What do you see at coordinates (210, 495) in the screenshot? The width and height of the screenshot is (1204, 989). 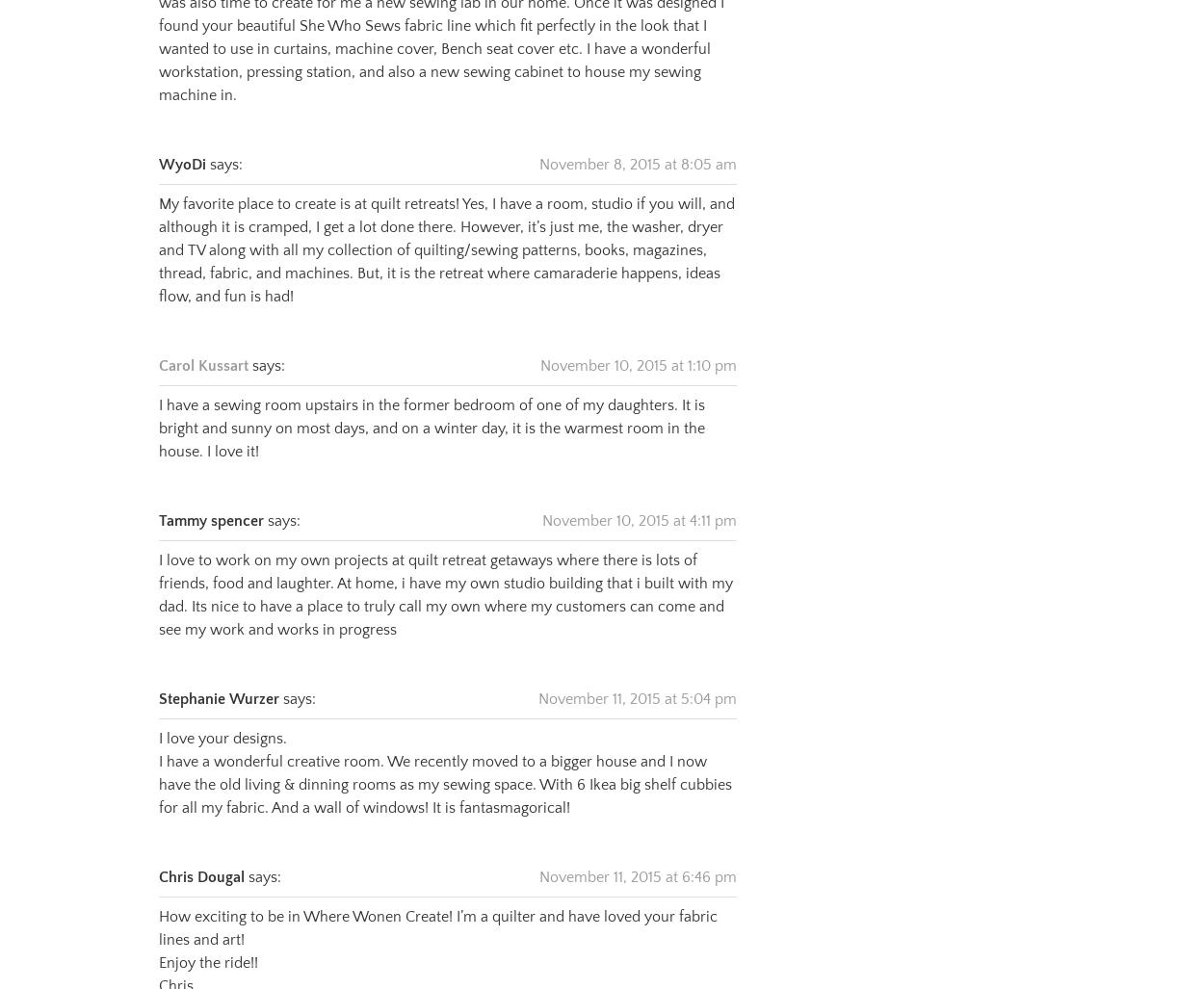 I see `'Tammy spencer'` at bounding box center [210, 495].